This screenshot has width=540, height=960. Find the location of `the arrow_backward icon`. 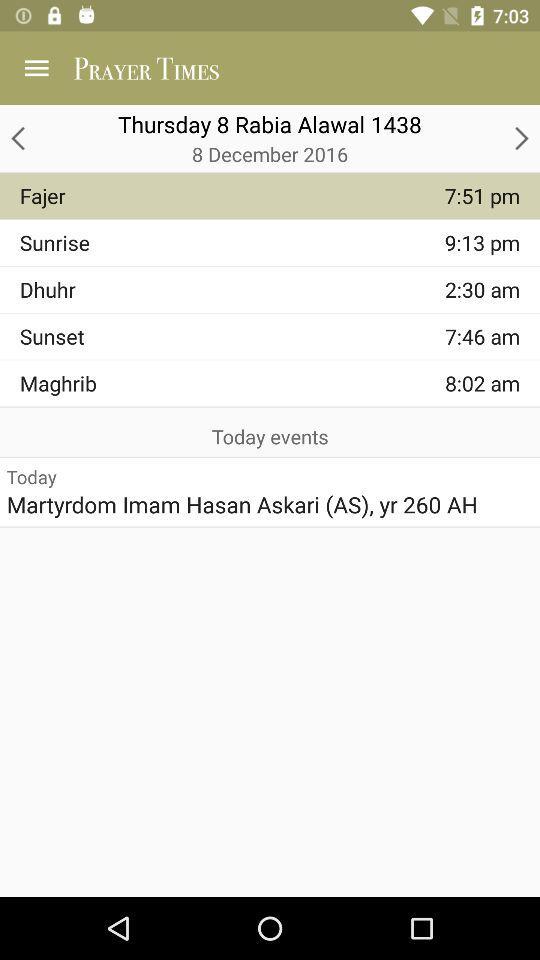

the arrow_backward icon is located at coordinates (18, 137).